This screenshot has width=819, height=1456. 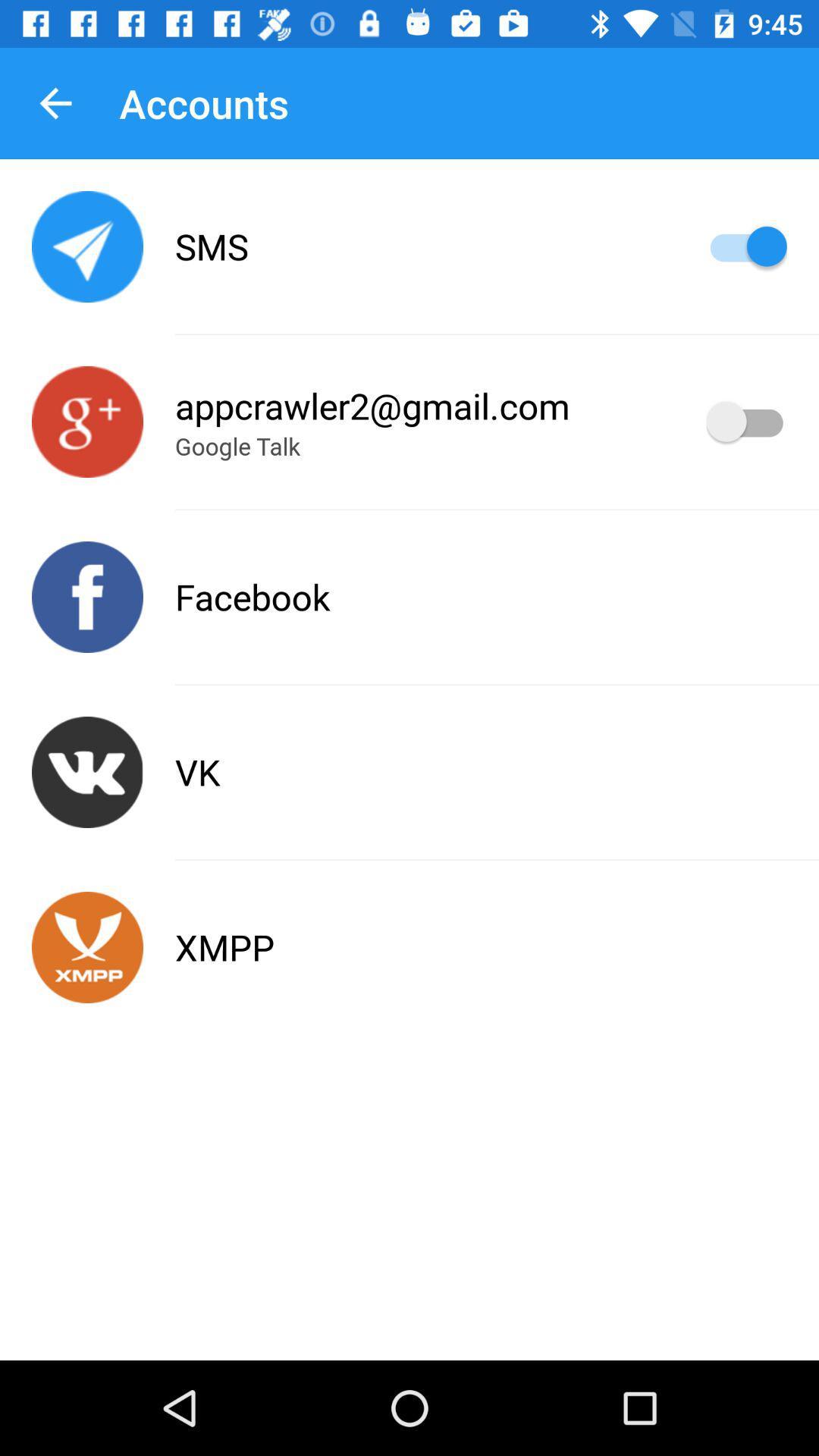 What do you see at coordinates (87, 946) in the screenshot?
I see `xmpp` at bounding box center [87, 946].